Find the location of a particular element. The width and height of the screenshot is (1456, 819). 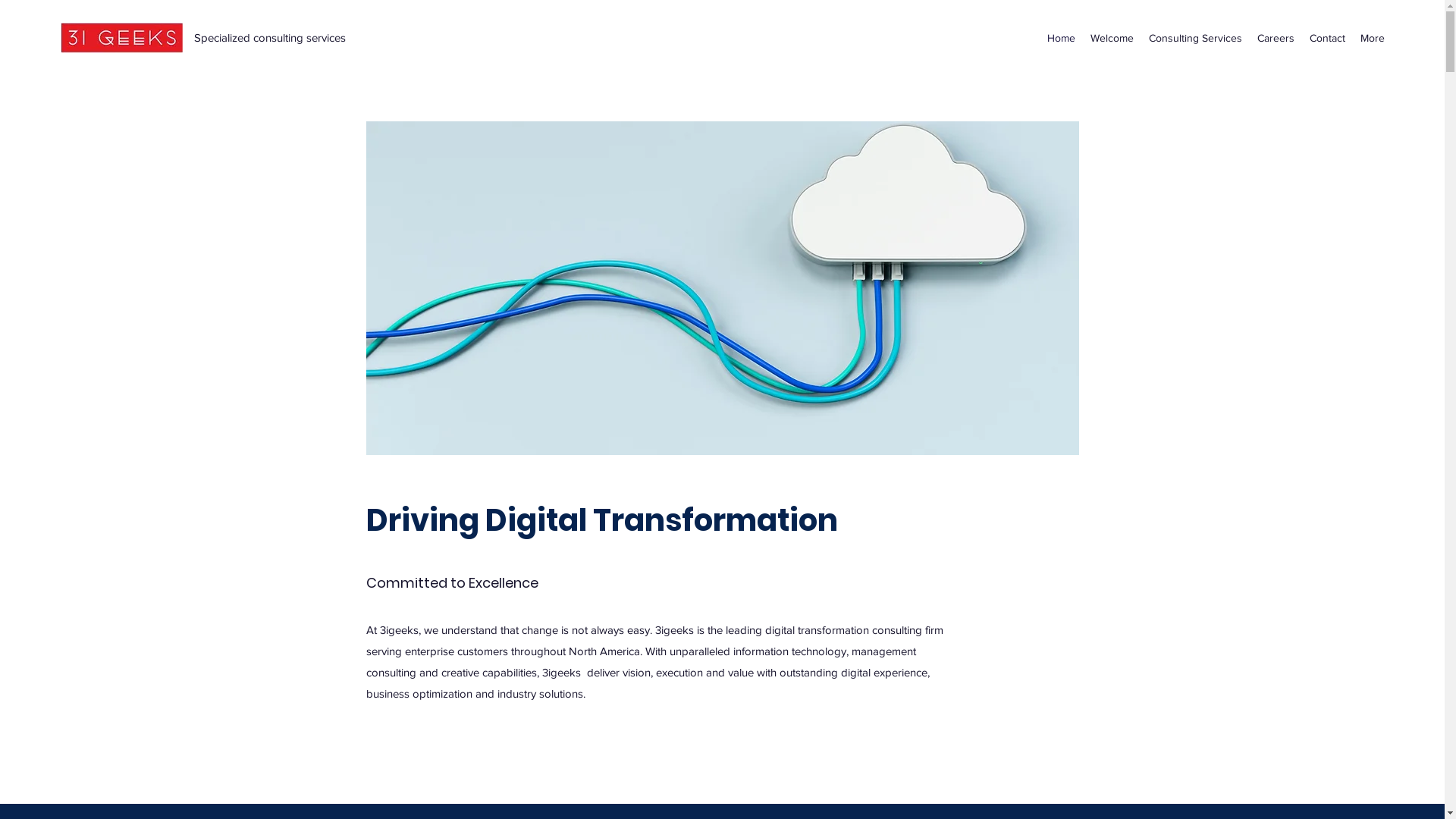

'Welcome' is located at coordinates (1112, 37).